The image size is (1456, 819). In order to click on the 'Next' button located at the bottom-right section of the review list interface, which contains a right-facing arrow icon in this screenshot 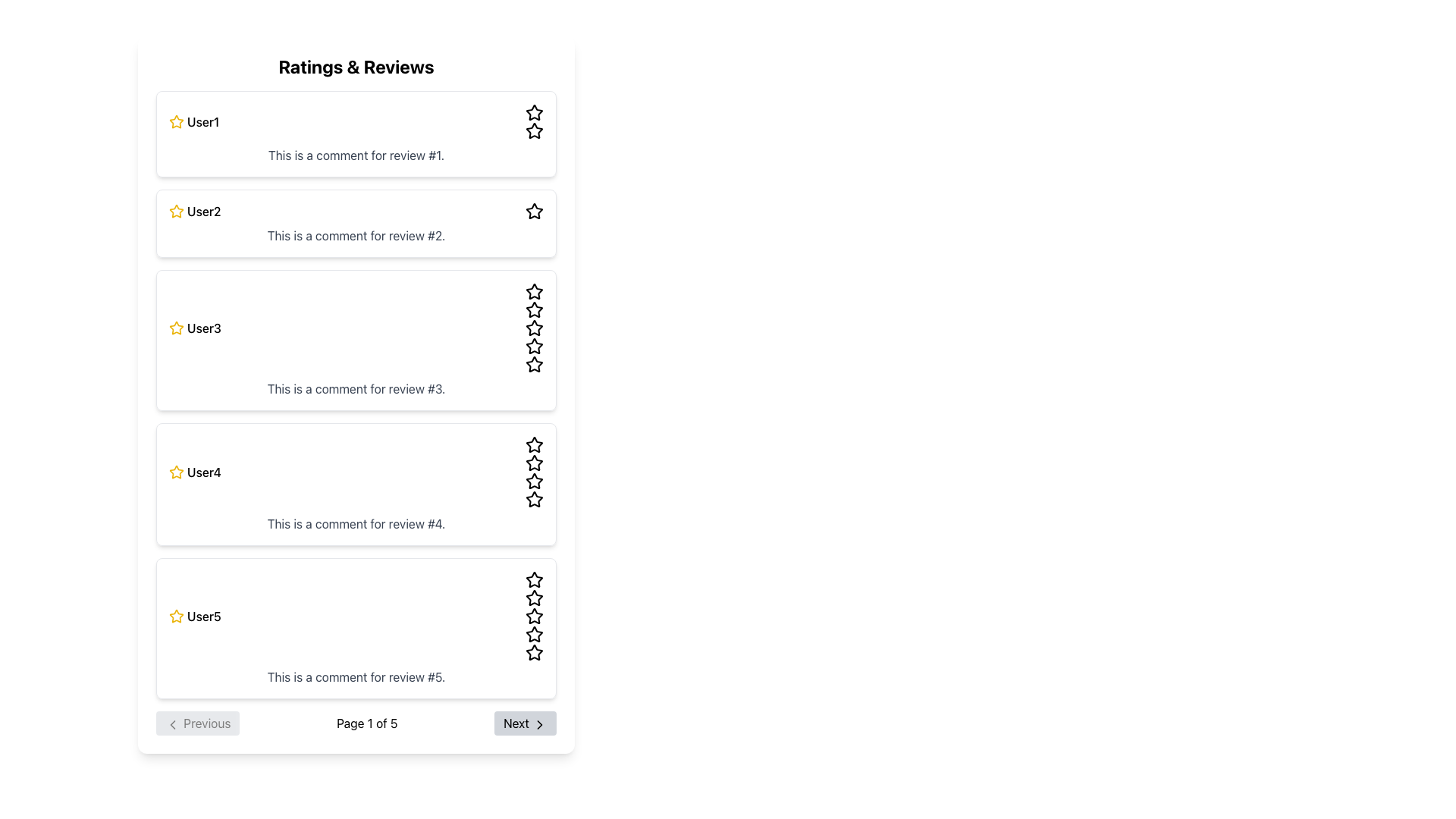, I will do `click(539, 723)`.